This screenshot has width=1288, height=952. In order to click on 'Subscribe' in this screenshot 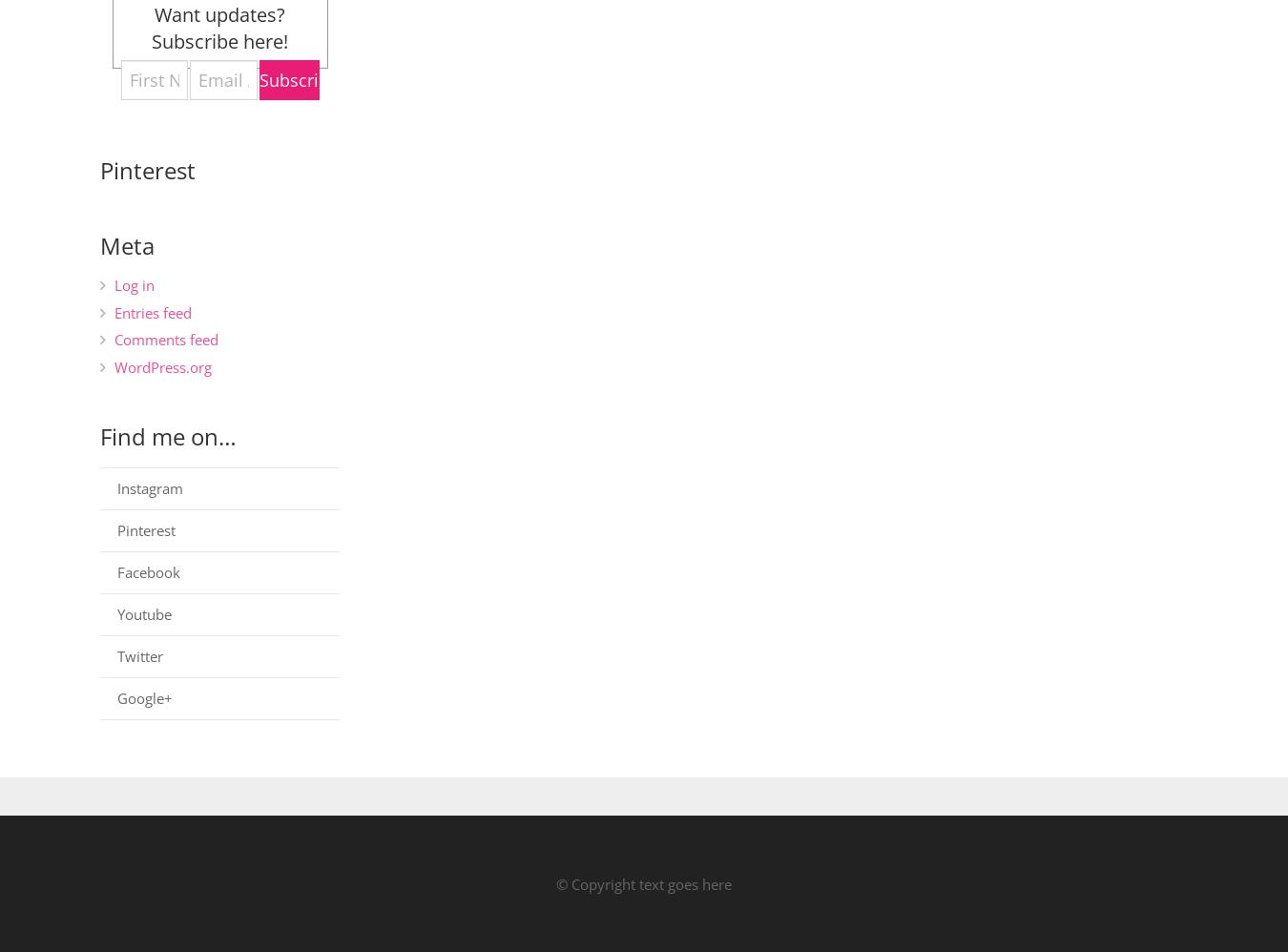, I will do `click(298, 78)`.